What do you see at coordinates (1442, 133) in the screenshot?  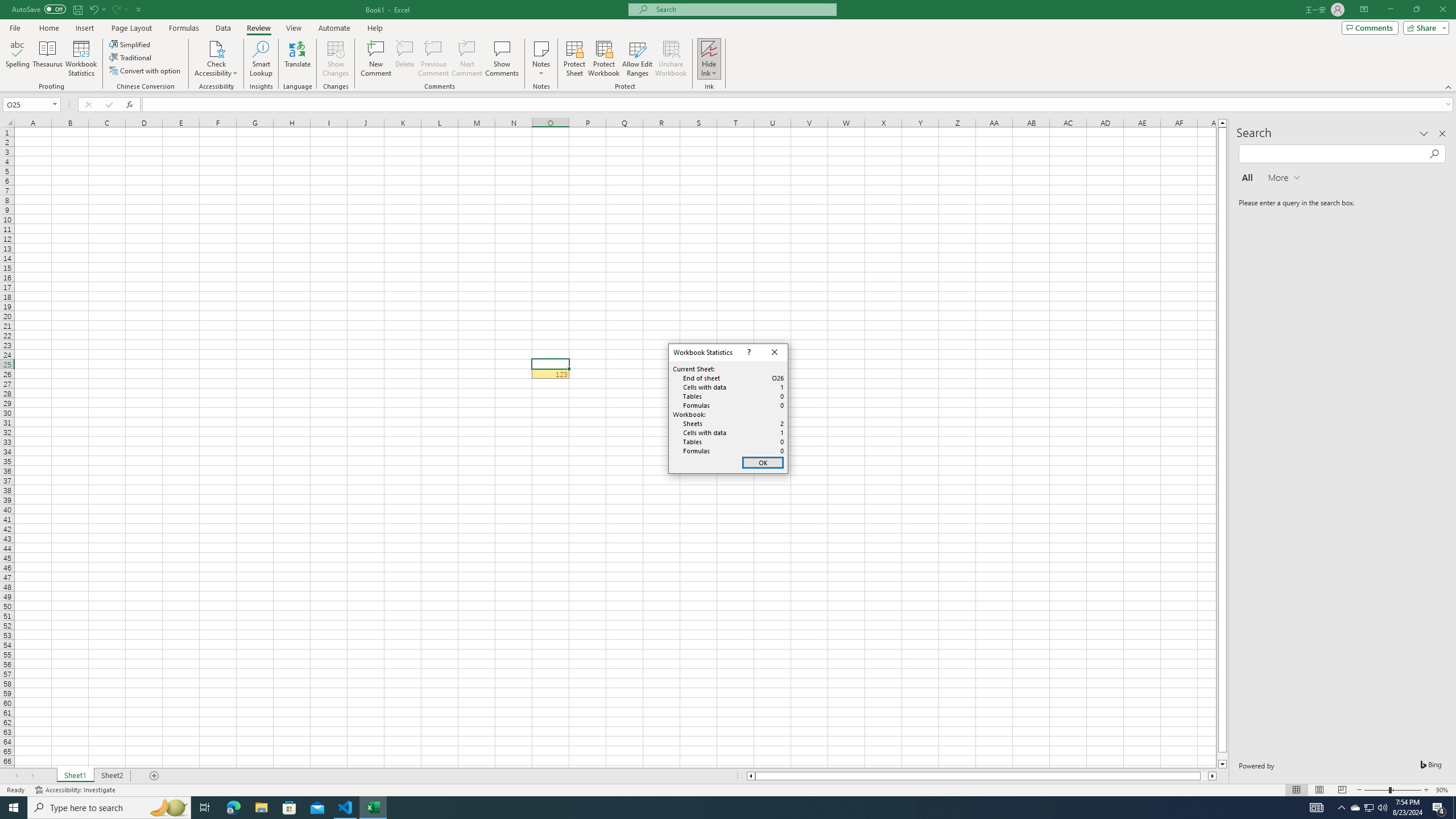 I see `'Close pane'` at bounding box center [1442, 133].